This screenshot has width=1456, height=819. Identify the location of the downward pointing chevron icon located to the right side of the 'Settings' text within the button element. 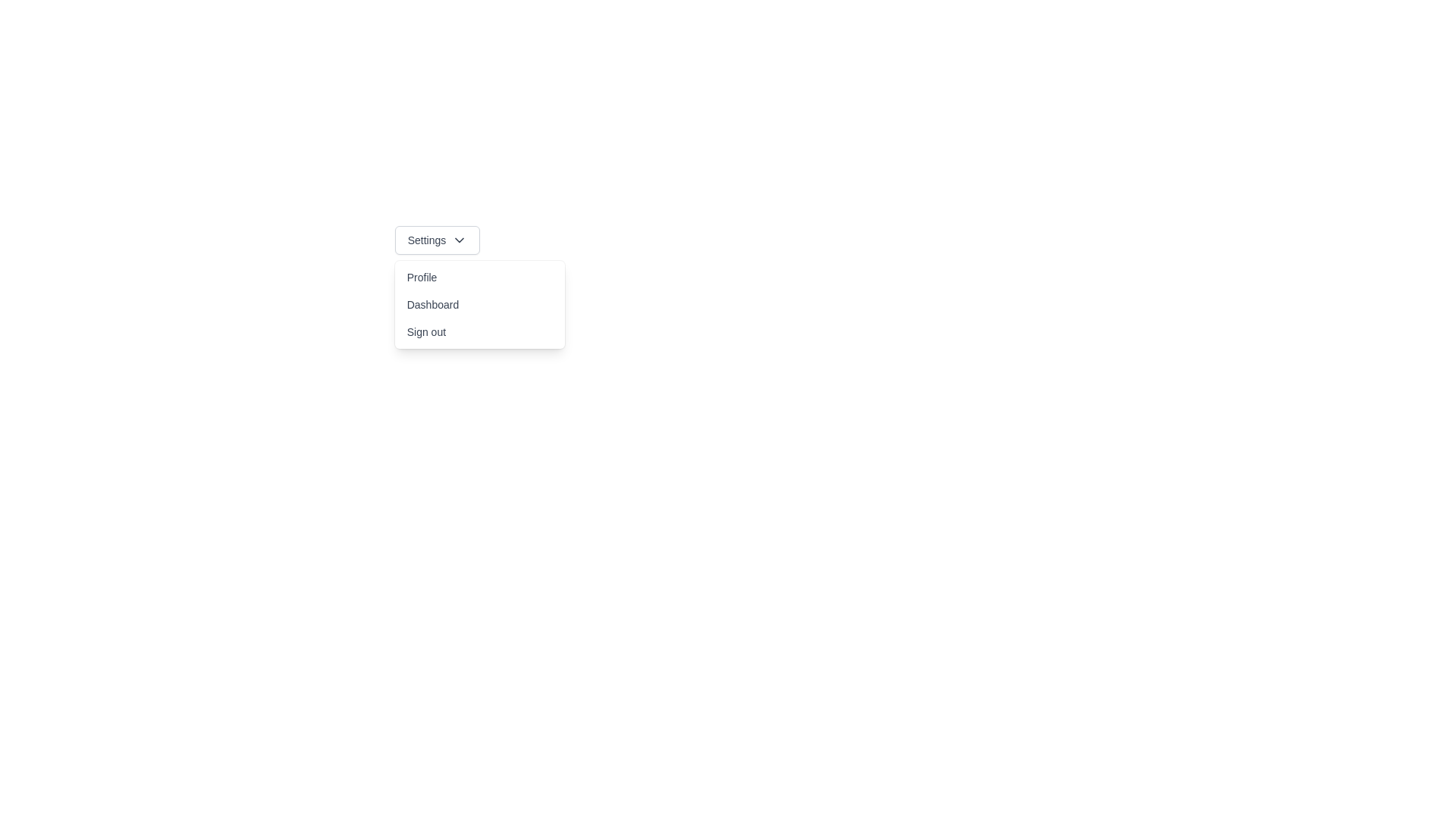
(458, 239).